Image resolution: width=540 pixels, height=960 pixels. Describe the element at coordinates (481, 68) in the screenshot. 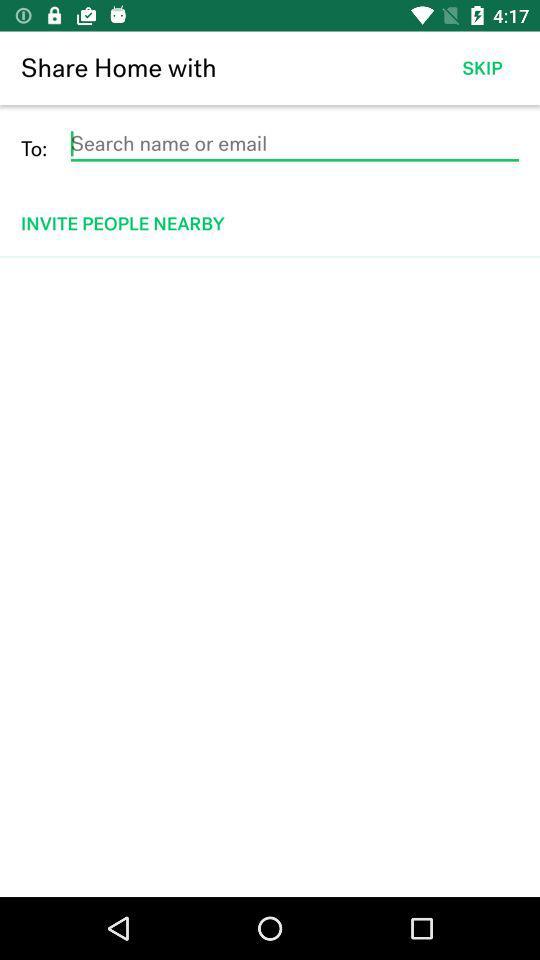

I see `the icon next to share home with item` at that location.